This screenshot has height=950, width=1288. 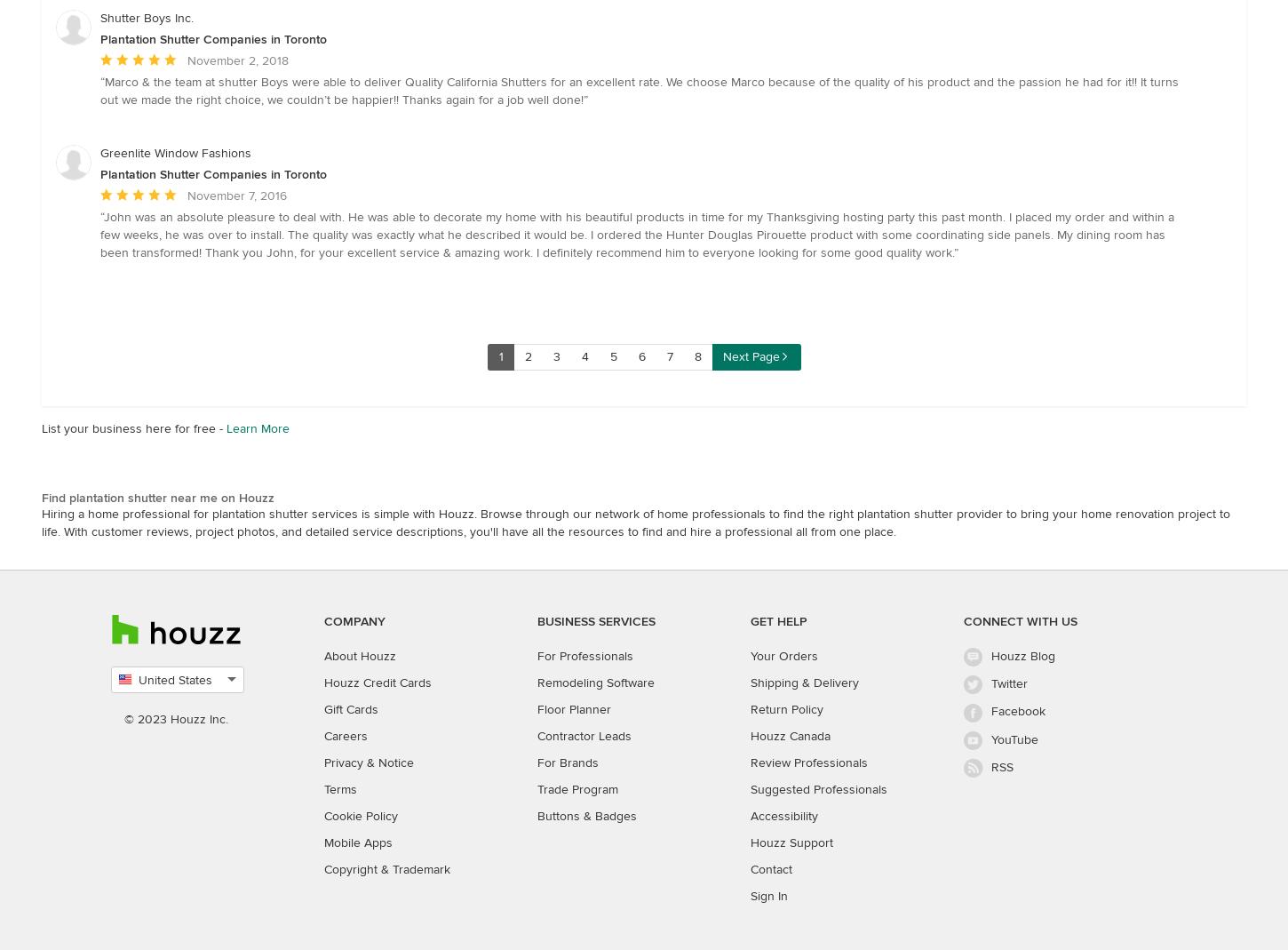 What do you see at coordinates (777, 620) in the screenshot?
I see `'GET HELP'` at bounding box center [777, 620].